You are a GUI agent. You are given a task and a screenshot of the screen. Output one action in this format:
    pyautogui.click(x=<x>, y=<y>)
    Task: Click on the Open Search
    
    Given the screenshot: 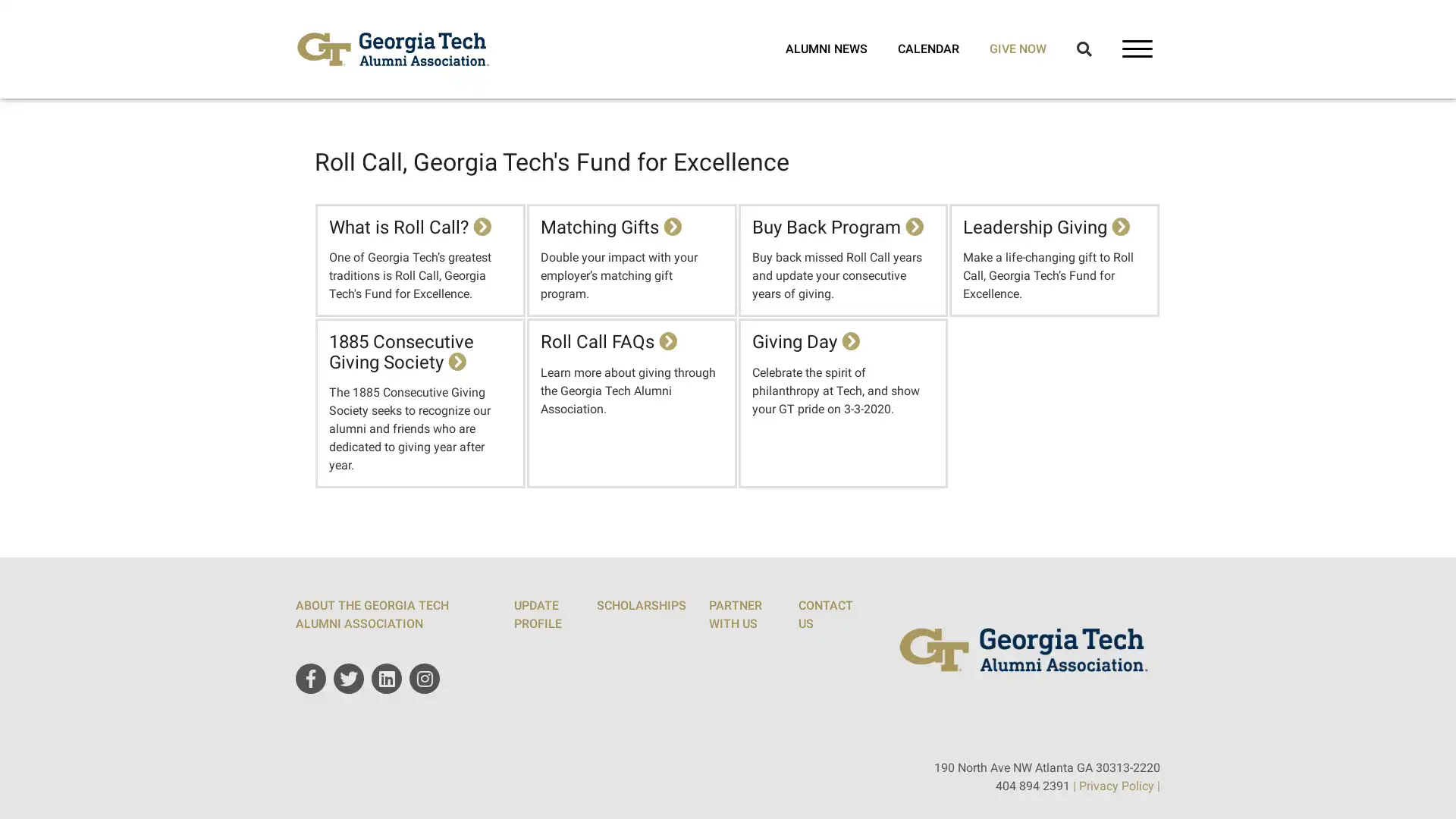 What is the action you would take?
    pyautogui.click(x=1084, y=48)
    